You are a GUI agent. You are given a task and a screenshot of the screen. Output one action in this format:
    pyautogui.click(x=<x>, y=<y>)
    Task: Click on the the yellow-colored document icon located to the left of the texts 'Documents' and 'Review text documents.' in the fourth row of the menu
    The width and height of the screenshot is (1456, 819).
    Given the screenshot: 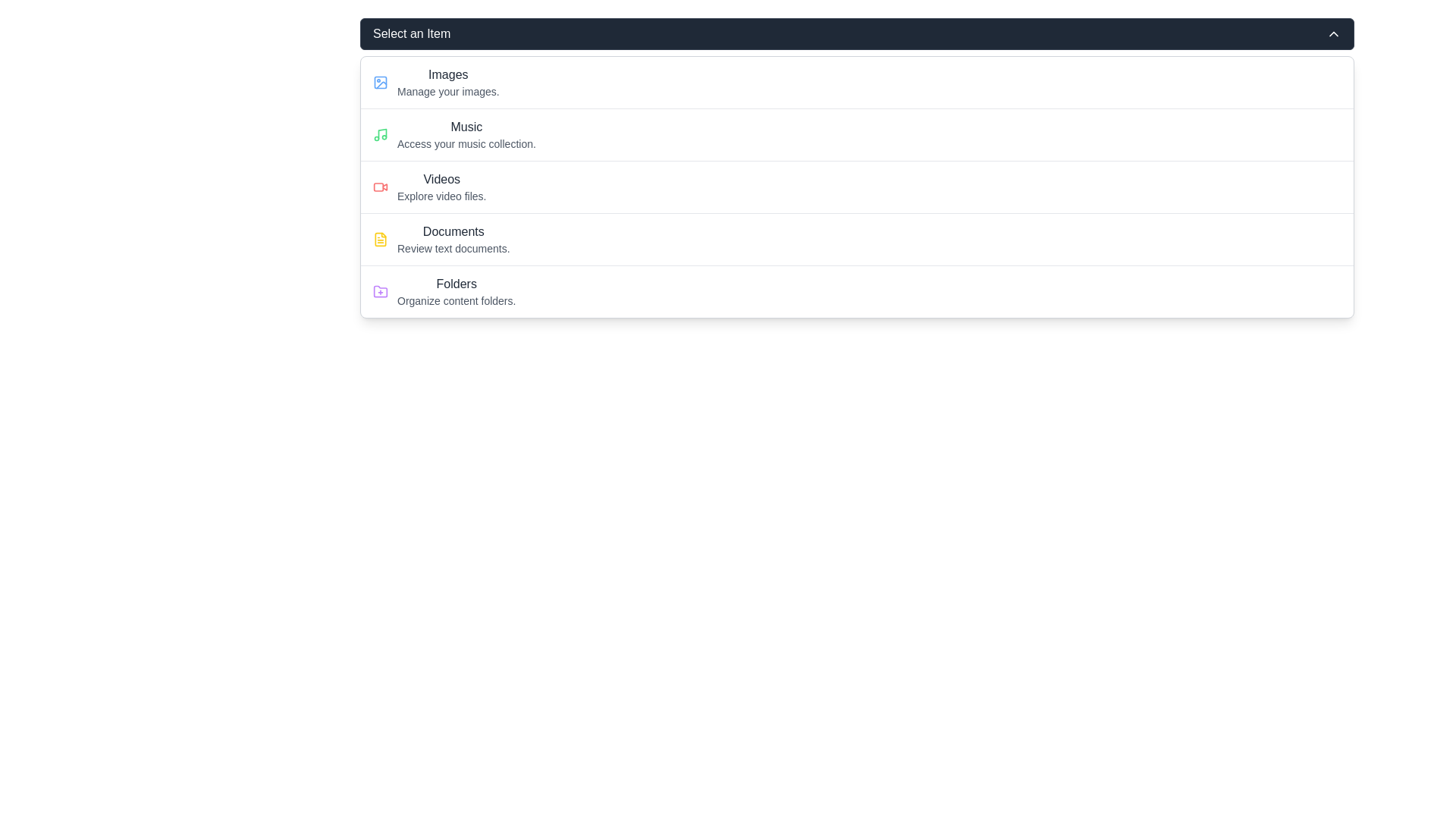 What is the action you would take?
    pyautogui.click(x=381, y=239)
    